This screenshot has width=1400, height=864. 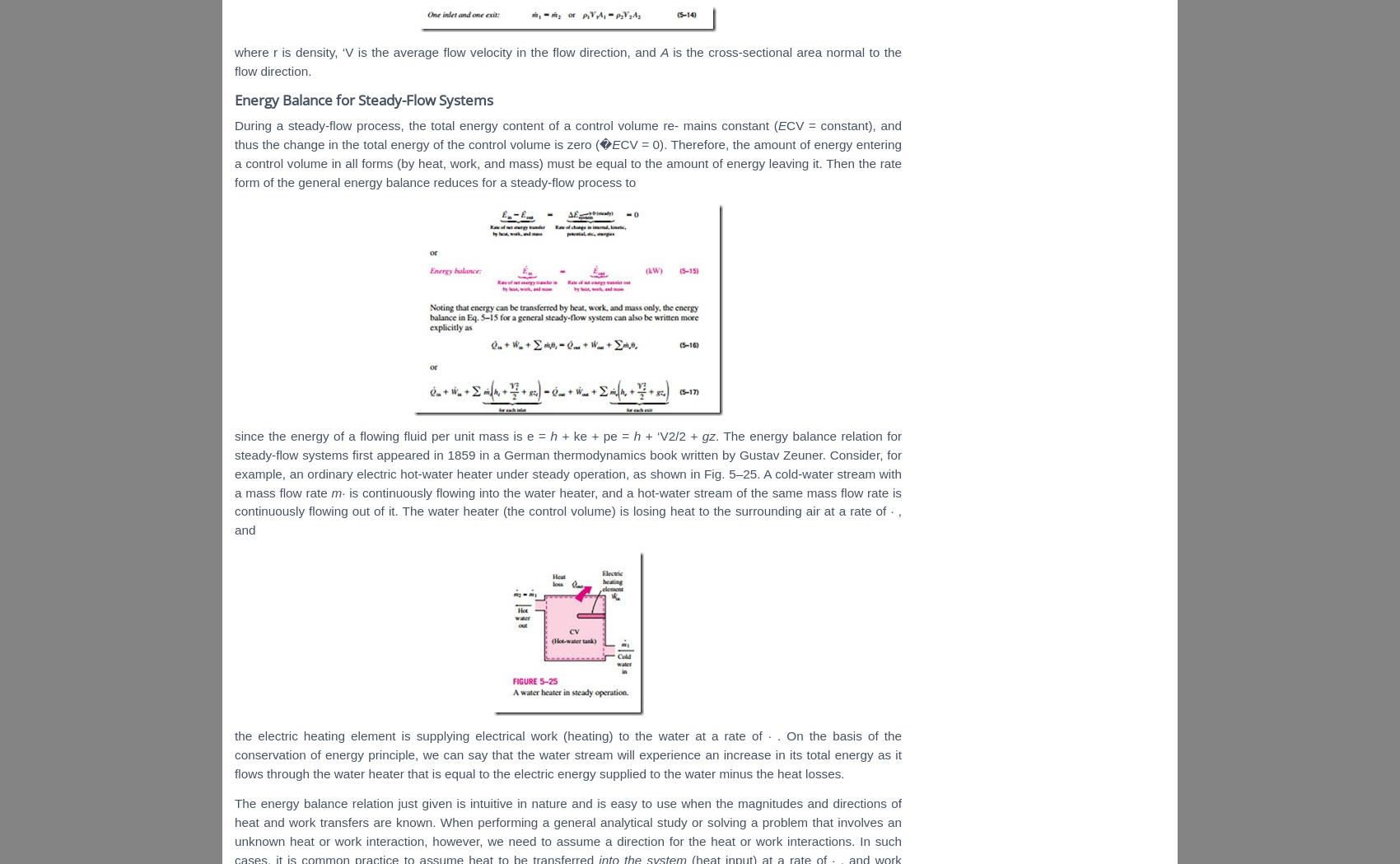 I want to click on 'A', so click(x=665, y=51).